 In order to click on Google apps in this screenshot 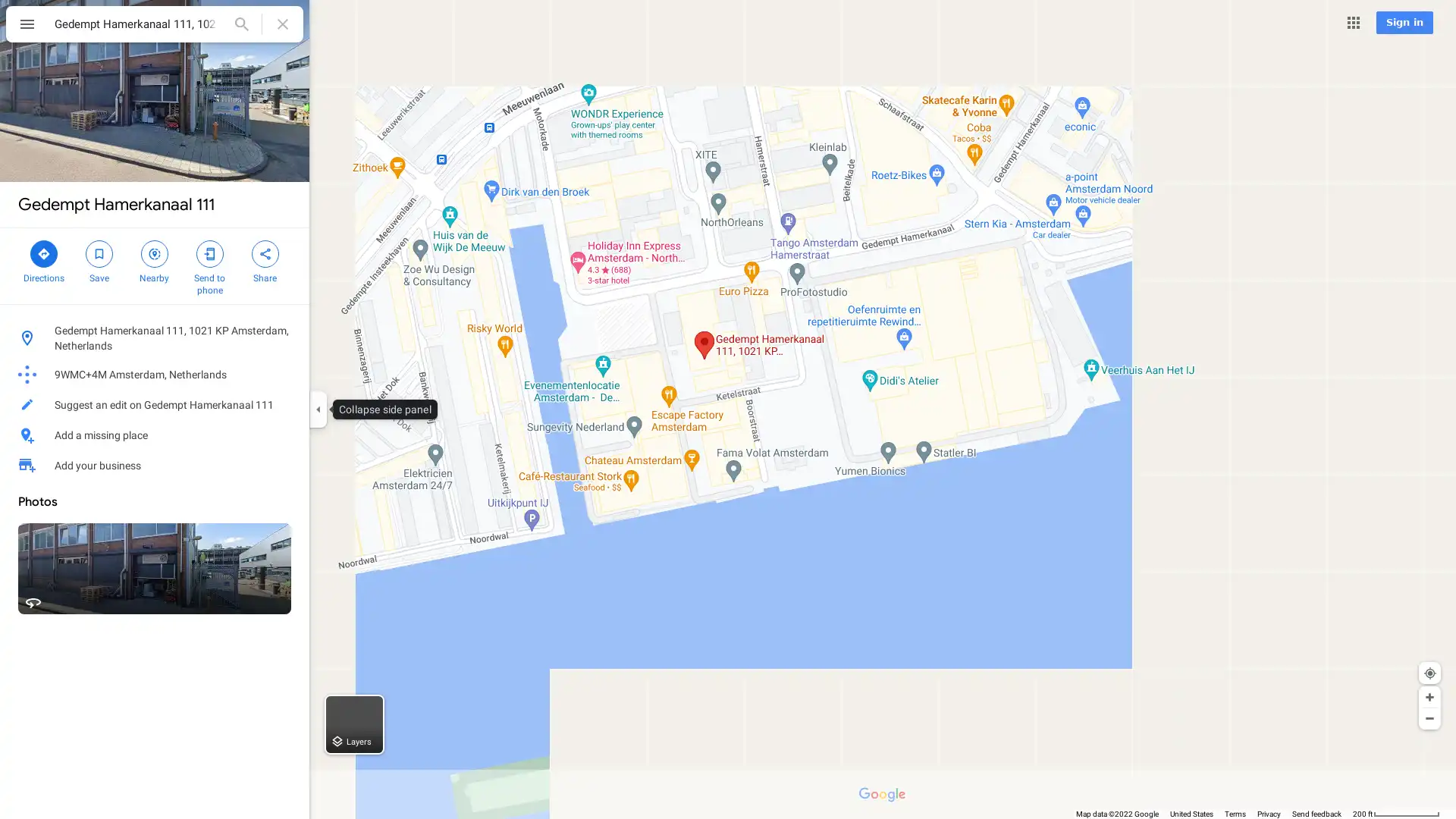, I will do `click(1354, 22)`.